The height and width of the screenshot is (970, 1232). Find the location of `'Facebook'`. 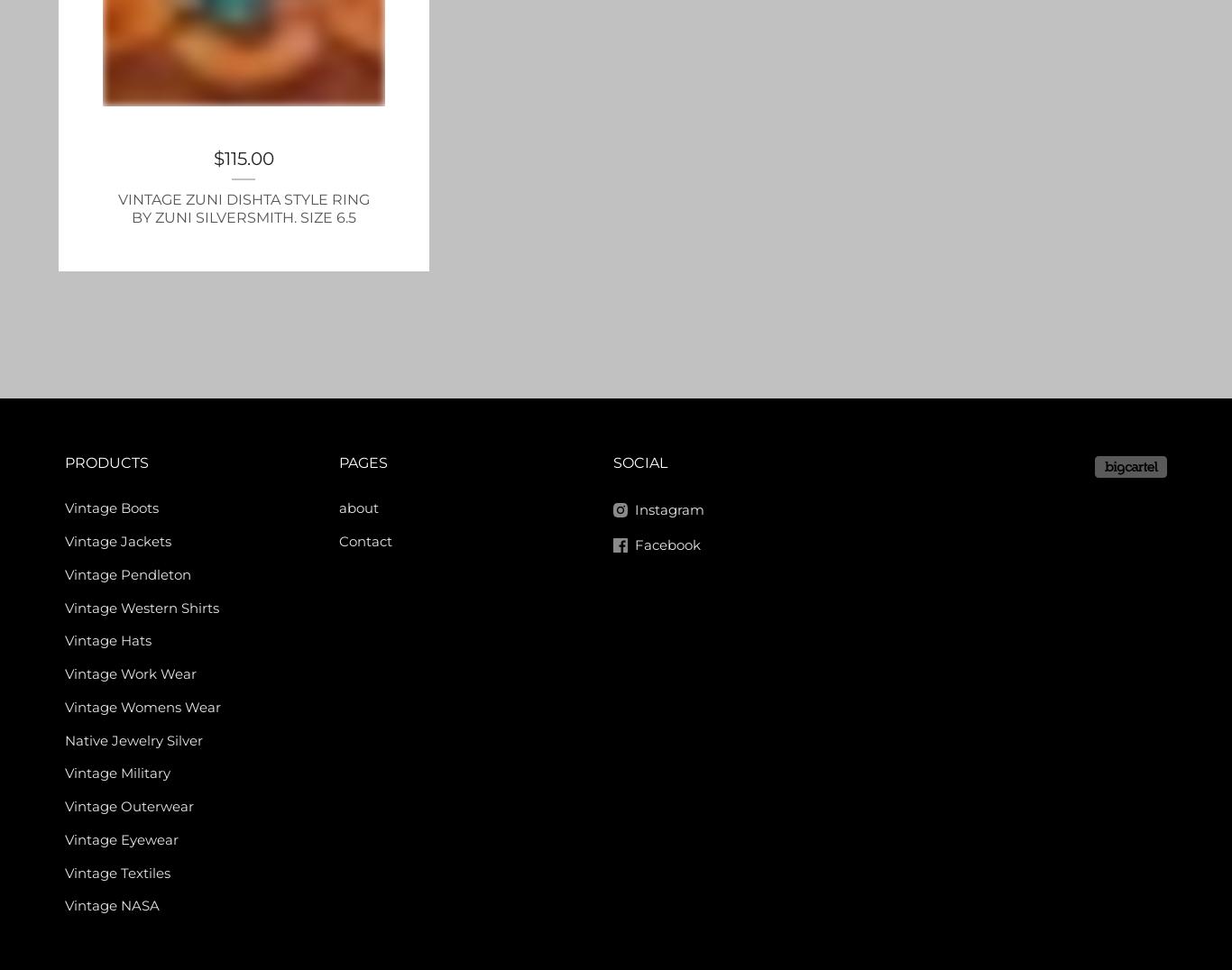

'Facebook' is located at coordinates (667, 544).